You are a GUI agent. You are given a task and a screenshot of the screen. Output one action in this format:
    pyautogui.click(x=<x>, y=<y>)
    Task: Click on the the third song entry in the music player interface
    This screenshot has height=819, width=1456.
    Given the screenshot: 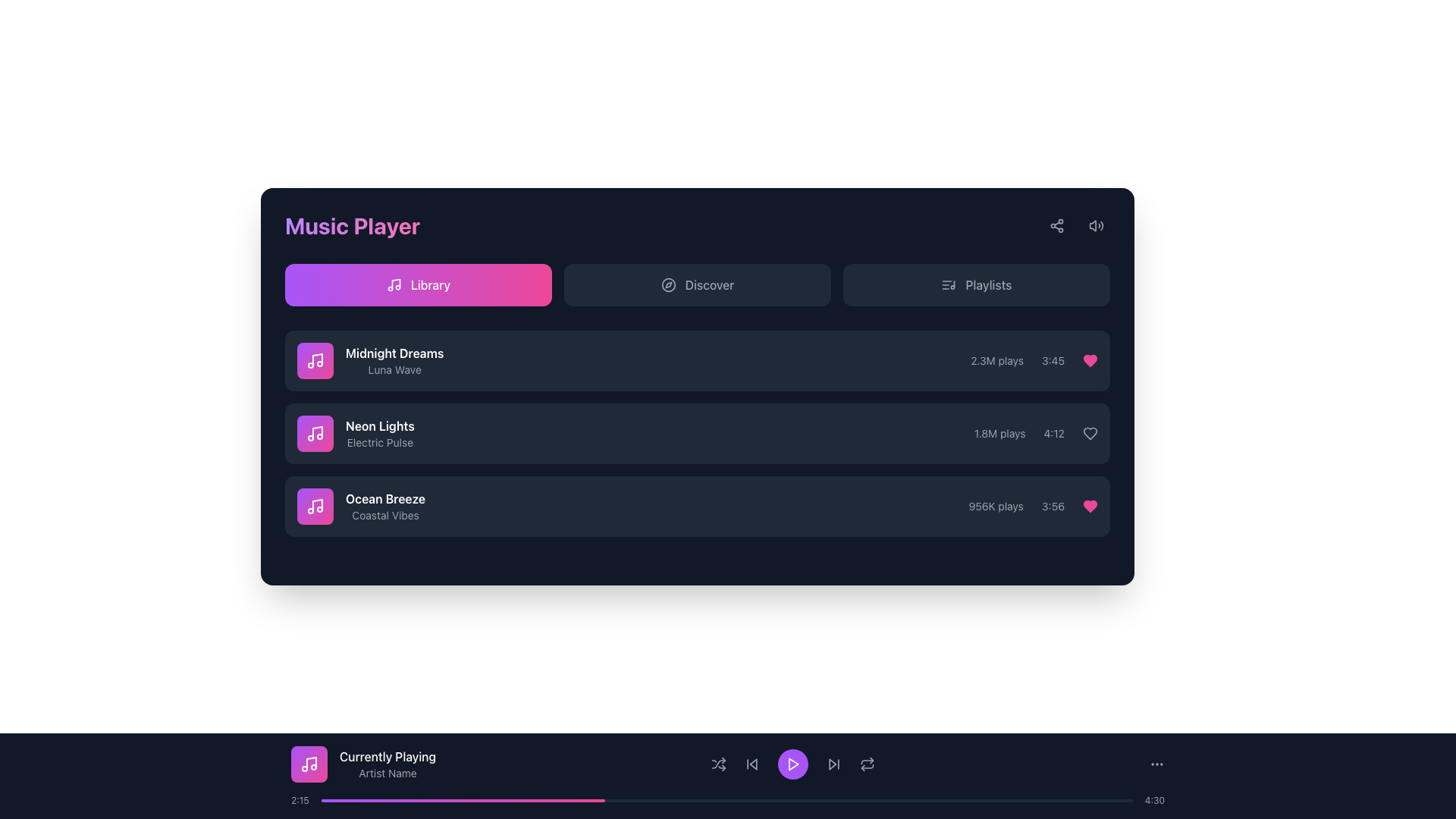 What is the action you would take?
    pyautogui.click(x=697, y=506)
    